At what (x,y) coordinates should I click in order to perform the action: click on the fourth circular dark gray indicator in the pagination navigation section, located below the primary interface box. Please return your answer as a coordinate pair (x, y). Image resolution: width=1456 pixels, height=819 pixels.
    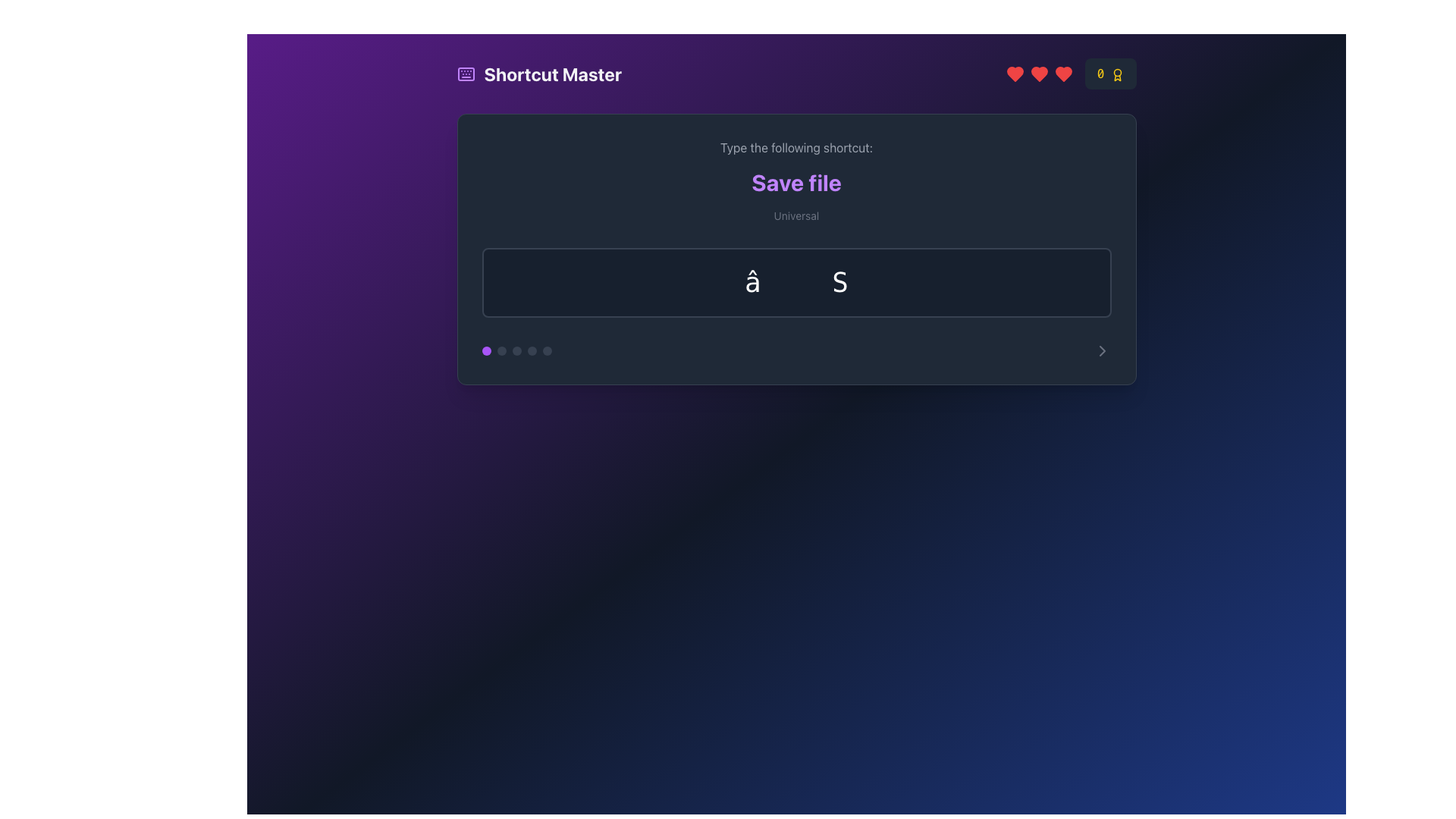
    Looking at the image, I should click on (532, 350).